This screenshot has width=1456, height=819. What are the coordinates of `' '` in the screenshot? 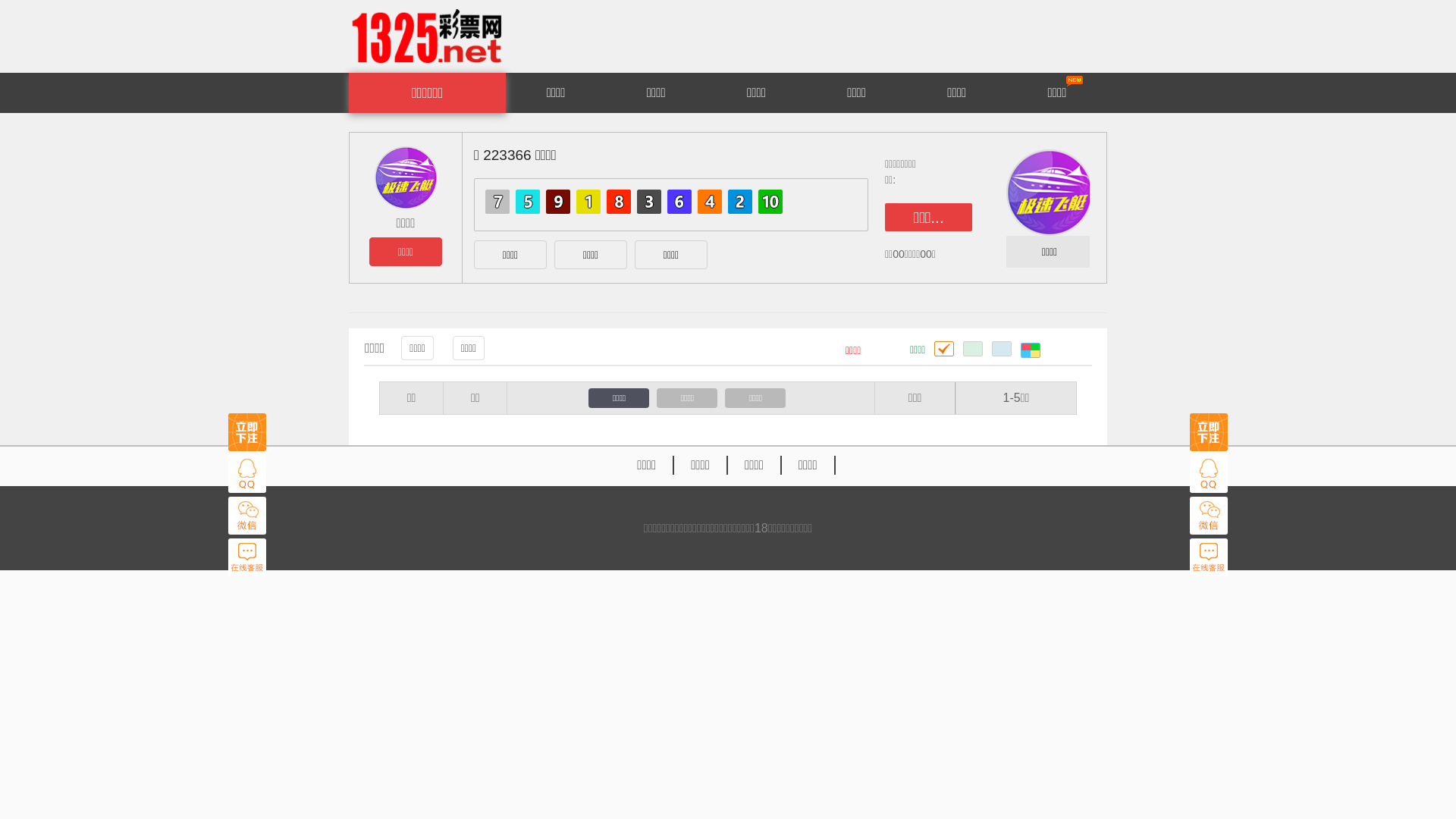 It's located at (1030, 350).